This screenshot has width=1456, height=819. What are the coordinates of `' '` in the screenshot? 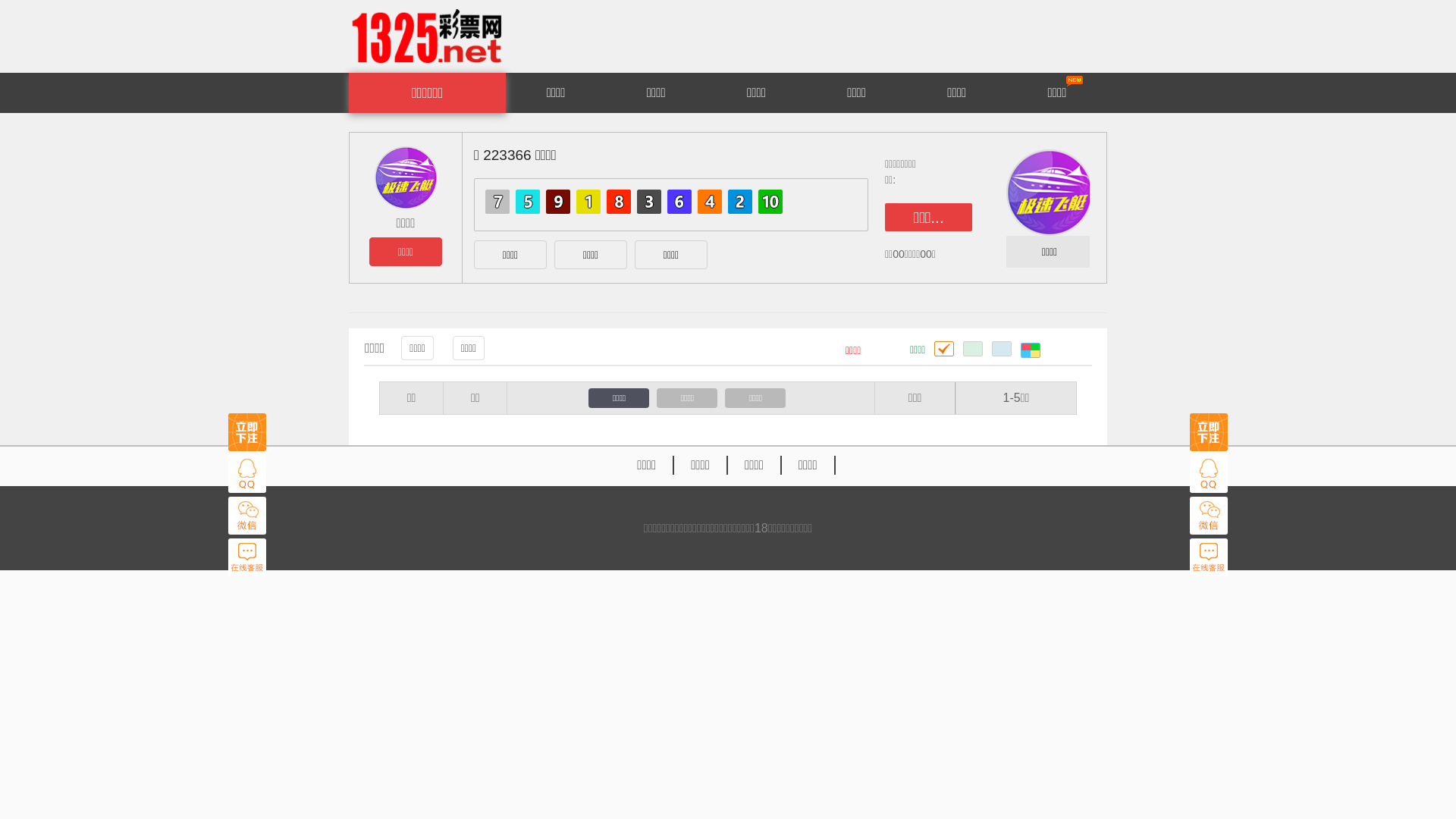 It's located at (1030, 350).